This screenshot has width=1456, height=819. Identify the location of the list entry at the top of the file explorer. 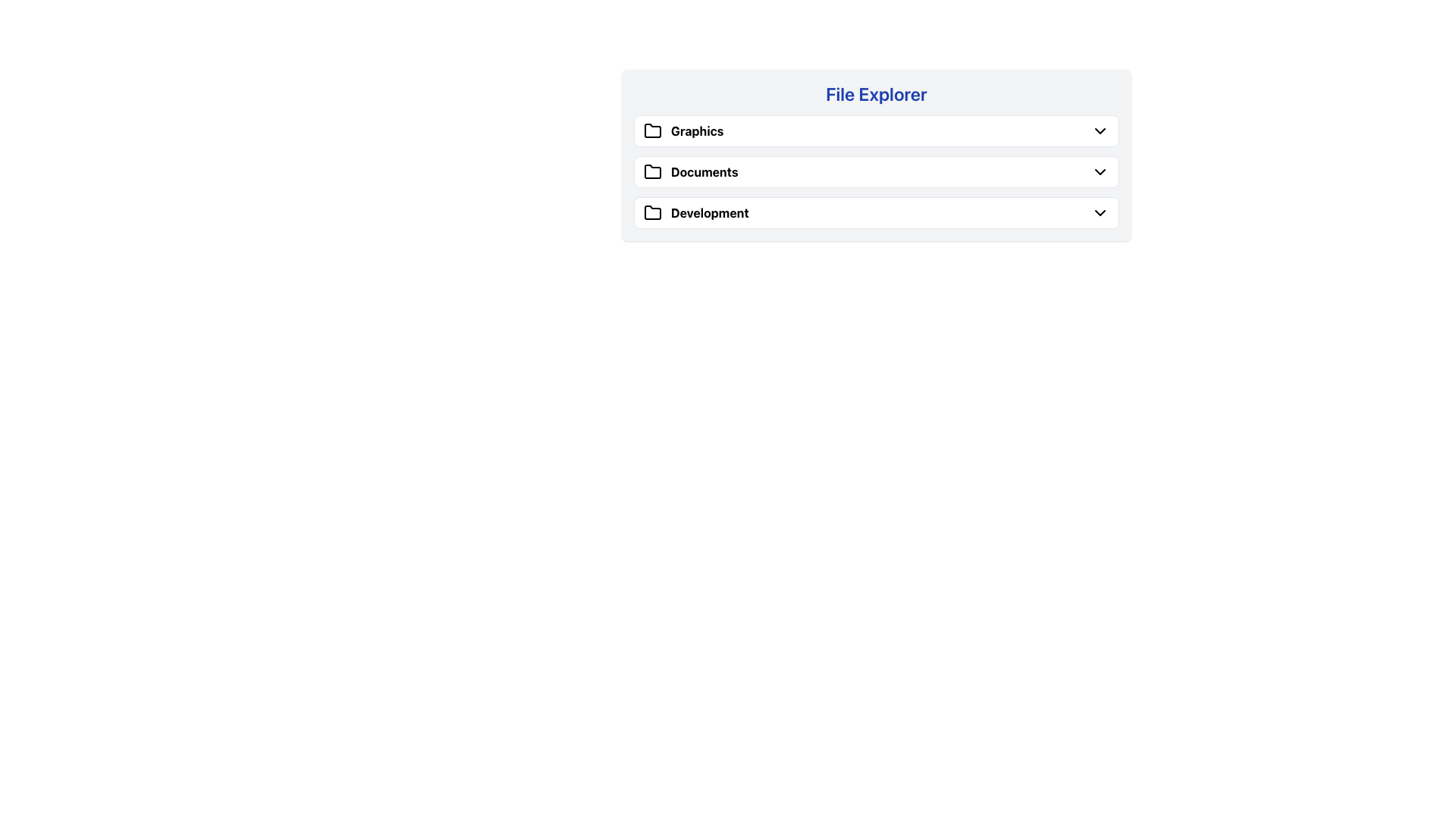
(877, 130).